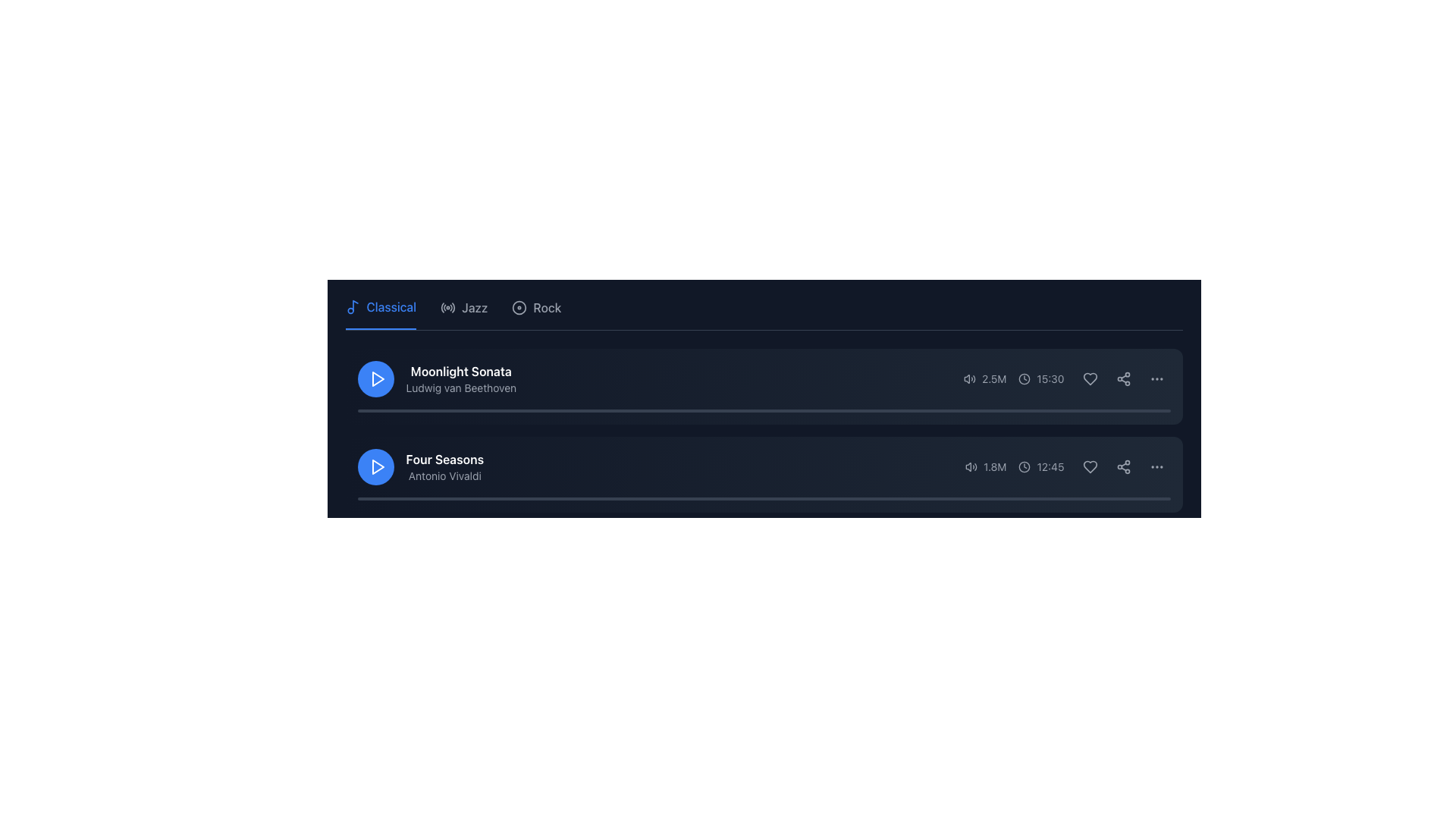  Describe the element at coordinates (546, 307) in the screenshot. I see `the text label 'Rock' located on the navigation bar, which is the third item from the left in a horizontal list of genres` at that location.